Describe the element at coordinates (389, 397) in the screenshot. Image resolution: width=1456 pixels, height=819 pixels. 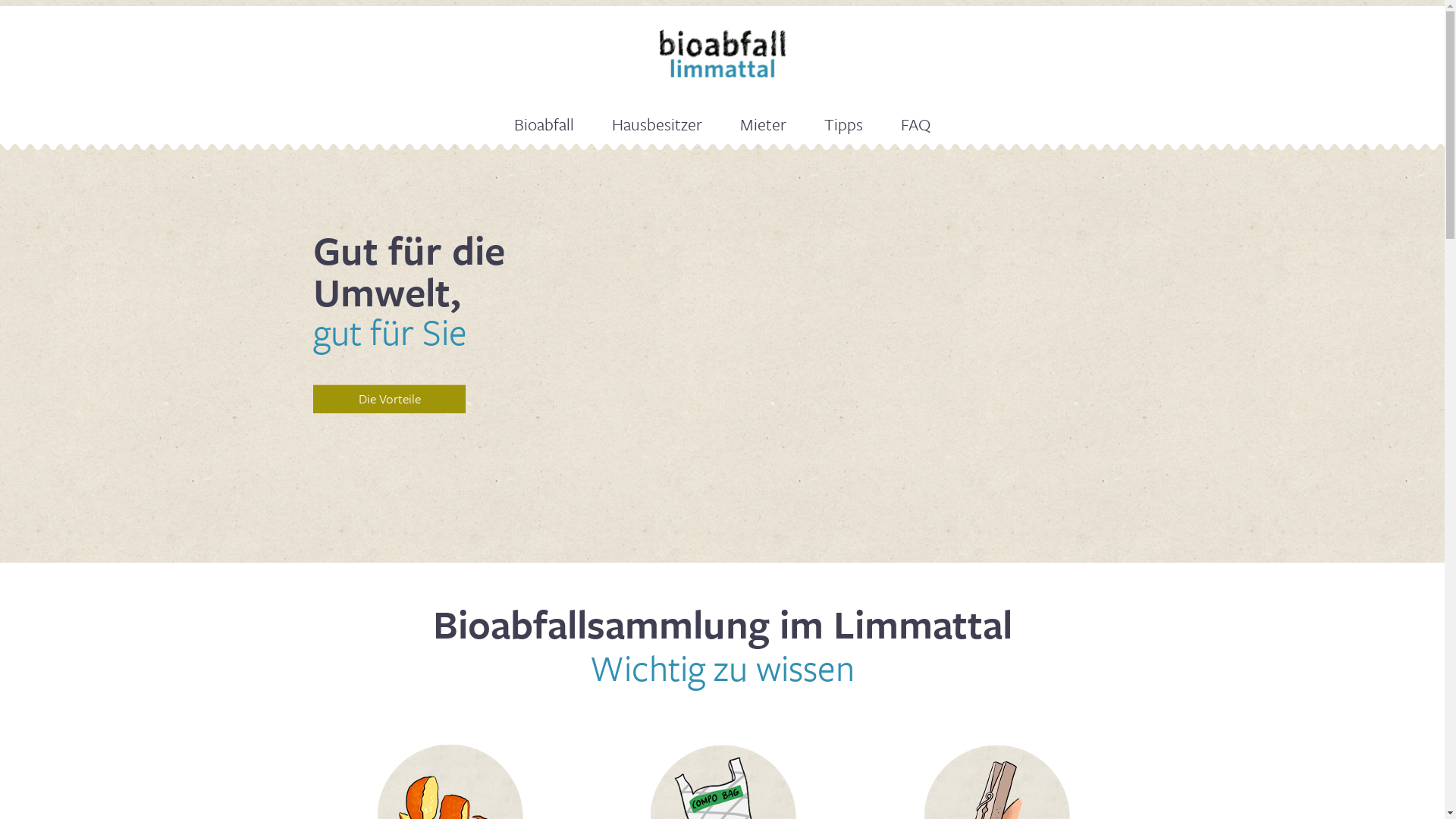
I see `'Die Vorteile'` at that location.